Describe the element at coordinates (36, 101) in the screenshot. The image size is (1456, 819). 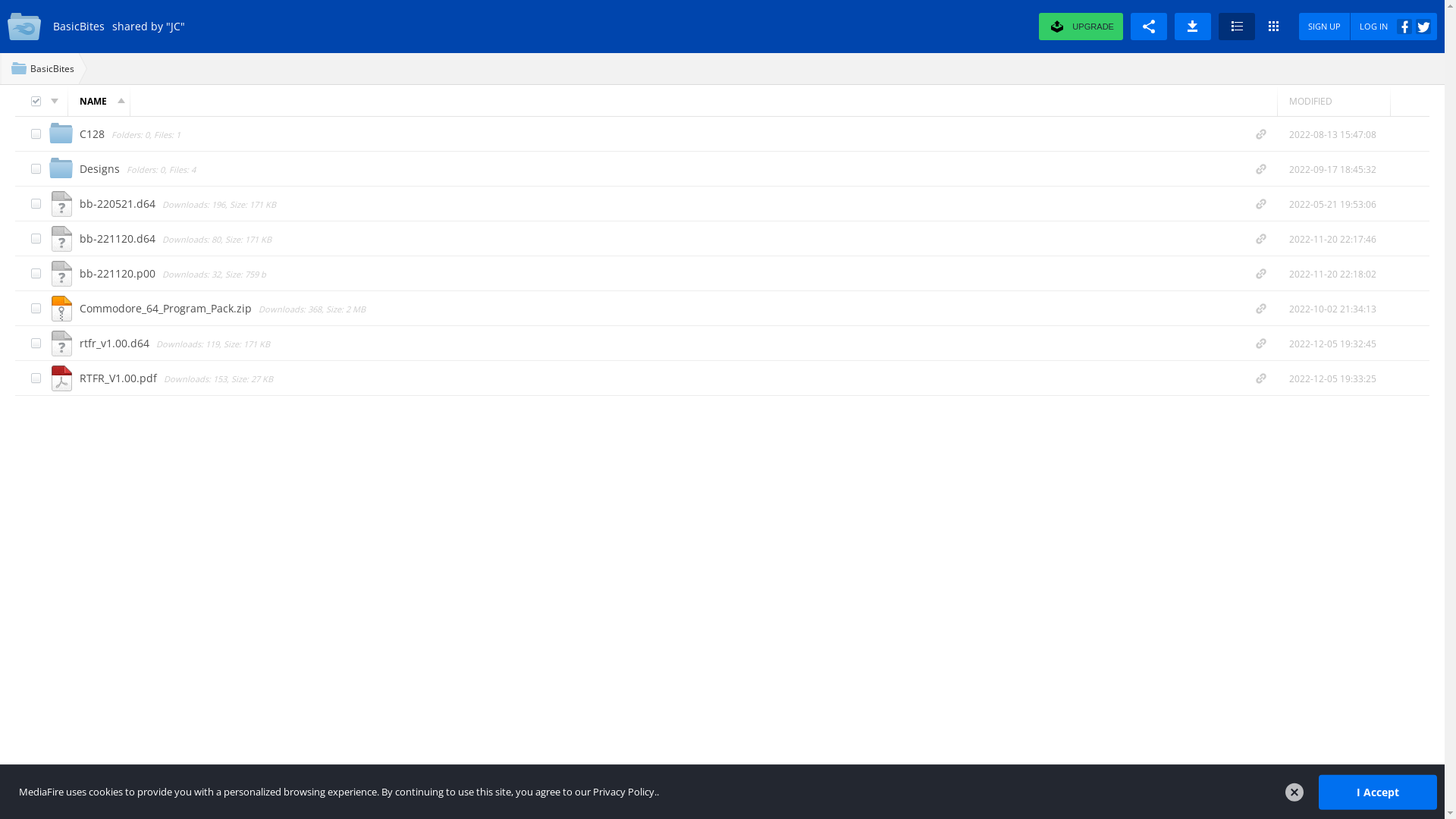
I see `'Click to select/deselect all'` at that location.